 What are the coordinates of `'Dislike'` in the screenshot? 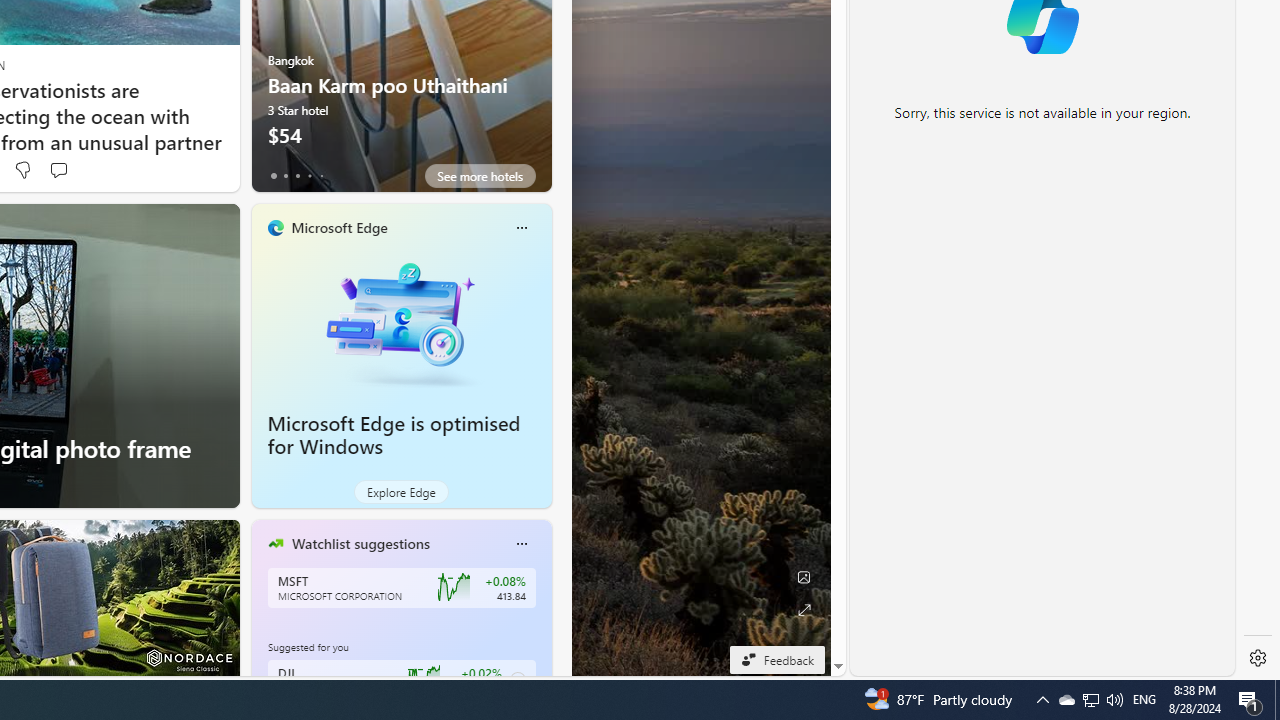 It's located at (22, 169).